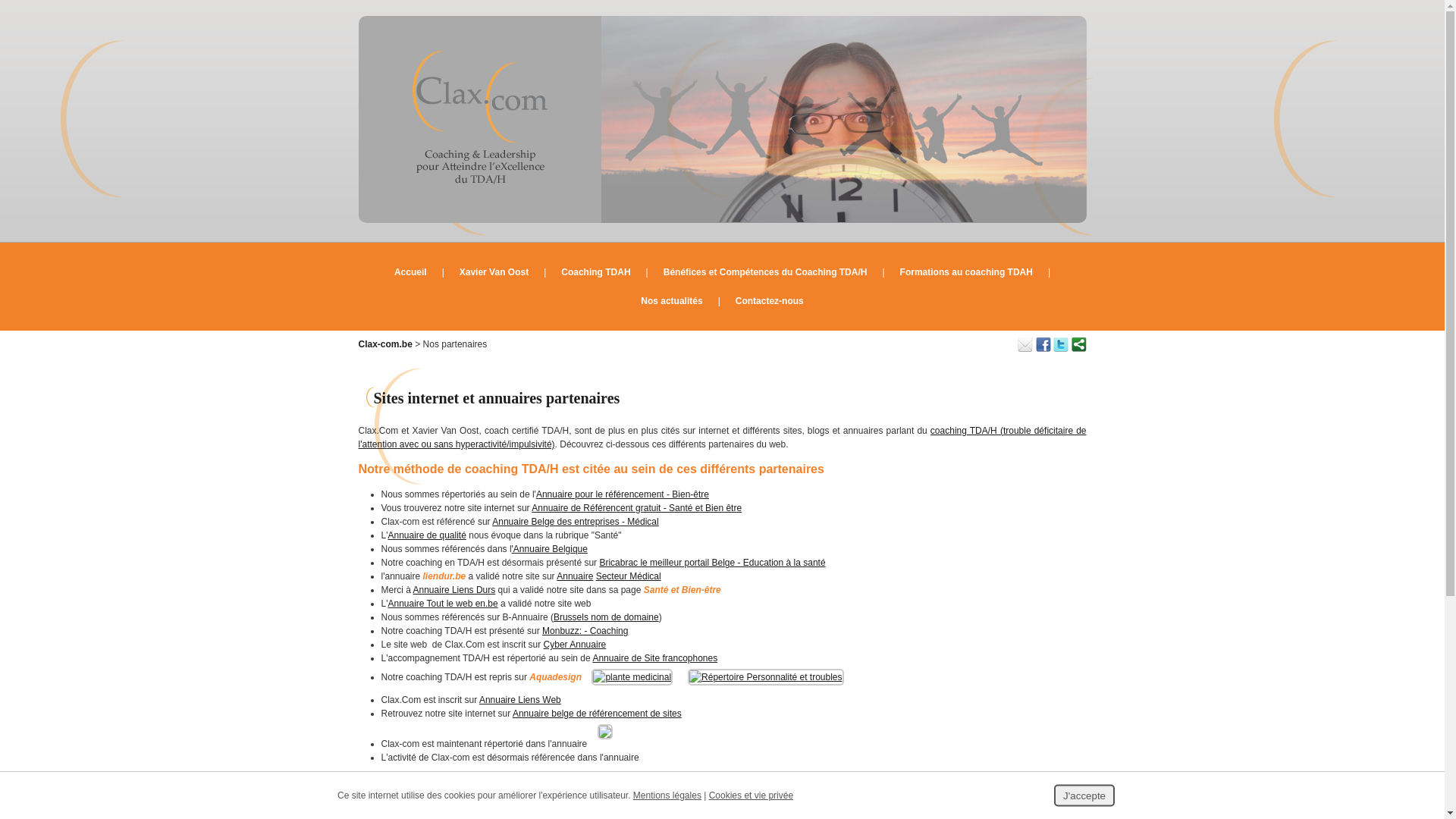 Image resolution: width=1456 pixels, height=819 pixels. What do you see at coordinates (384, 344) in the screenshot?
I see `'Clax-com.be'` at bounding box center [384, 344].